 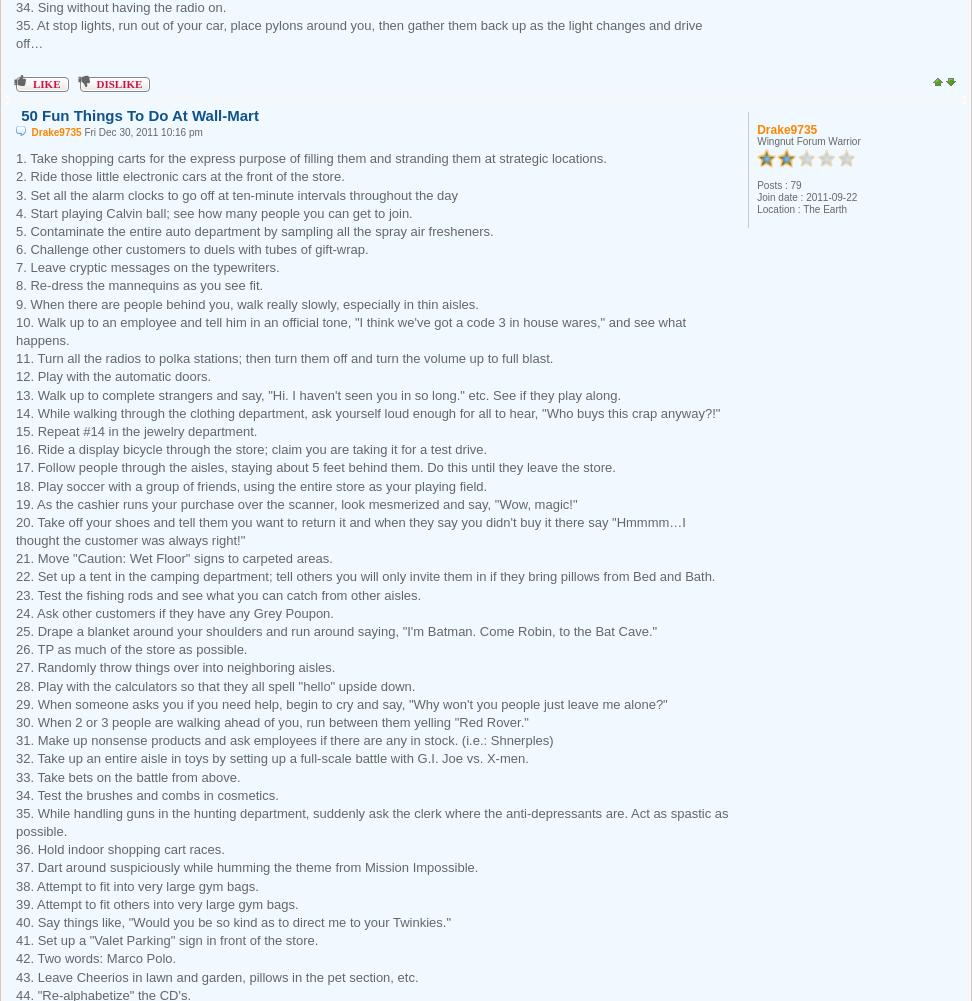 I want to click on '36. Hold indoor shopping cart races.', so click(x=16, y=848).